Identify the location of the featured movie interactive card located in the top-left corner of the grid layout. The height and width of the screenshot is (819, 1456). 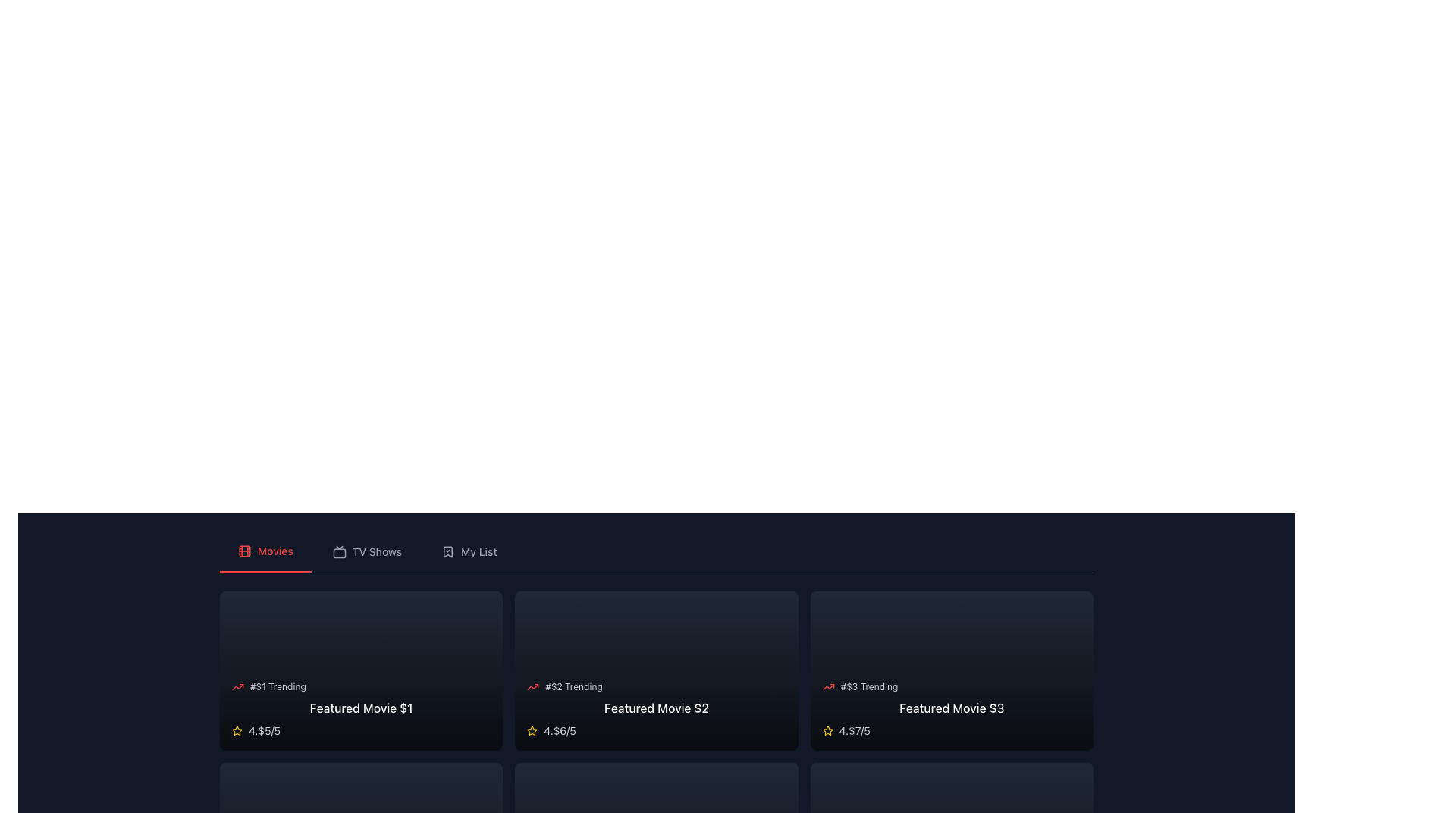
(360, 670).